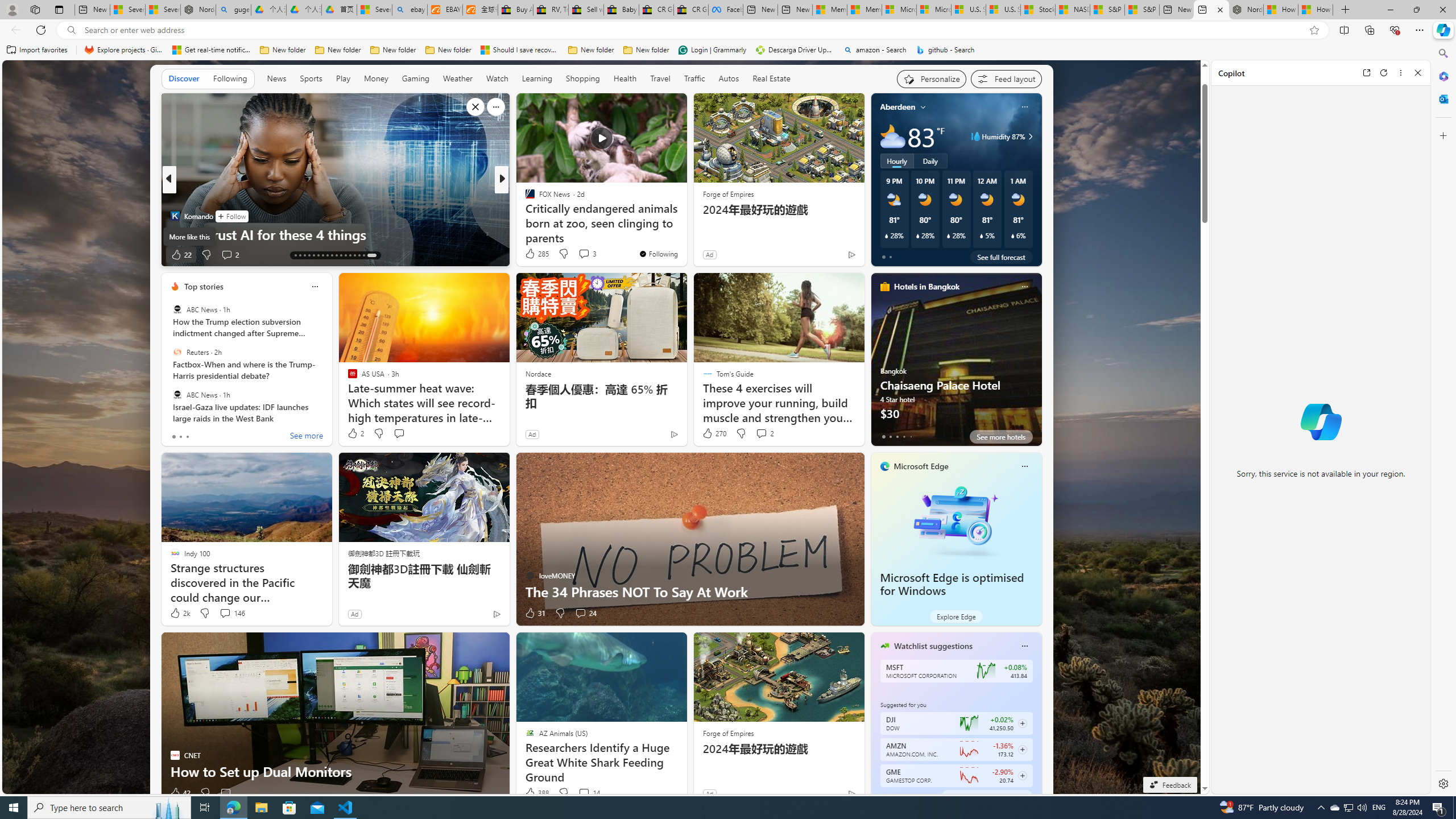 Image resolution: width=1456 pixels, height=819 pixels. Describe the element at coordinates (342, 78) in the screenshot. I see `'Play'` at that location.